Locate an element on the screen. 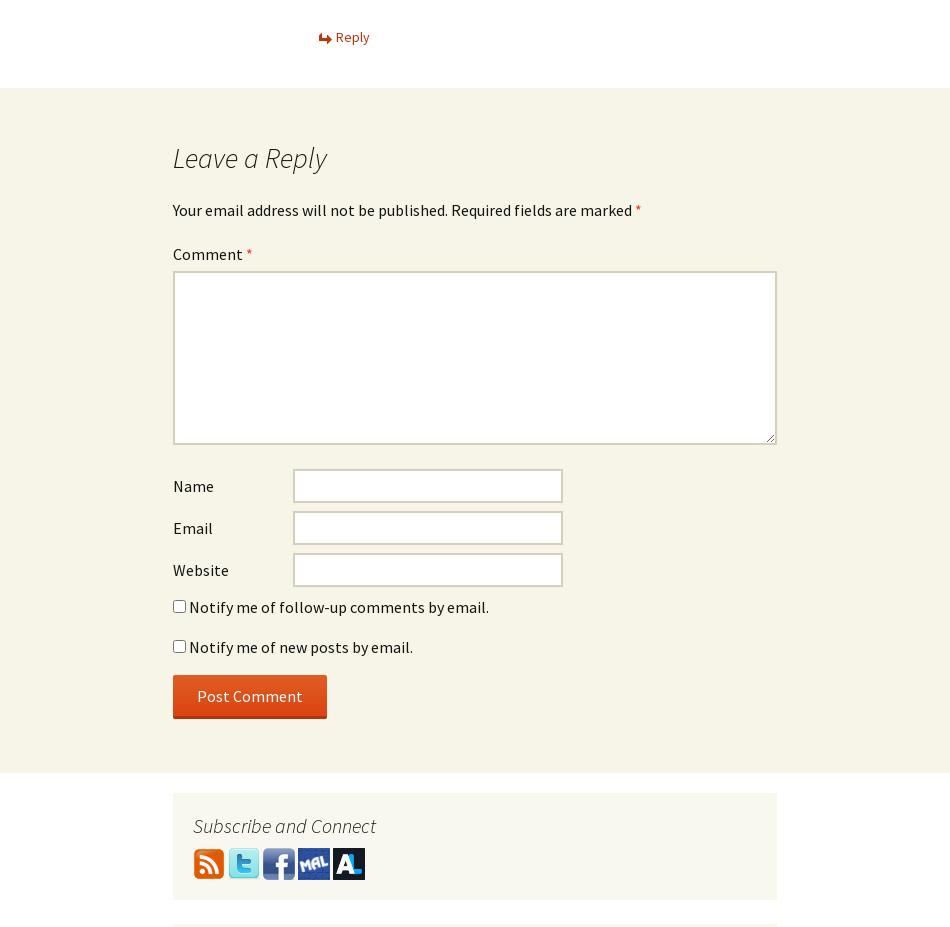 The width and height of the screenshot is (950, 927). 'Reply' is located at coordinates (352, 35).